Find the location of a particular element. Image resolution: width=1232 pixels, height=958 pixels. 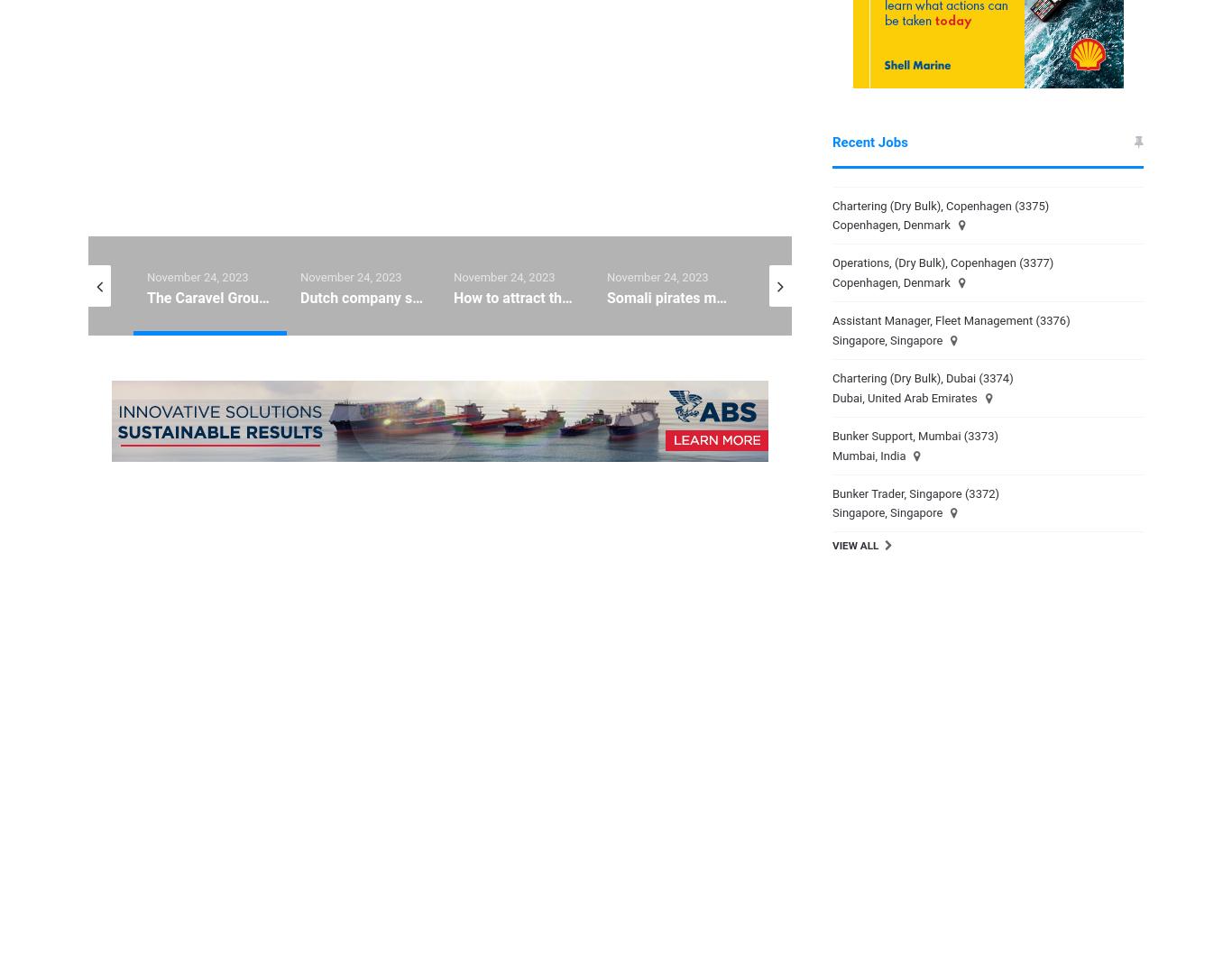

'April 12, 2023' is located at coordinates (955, 944).